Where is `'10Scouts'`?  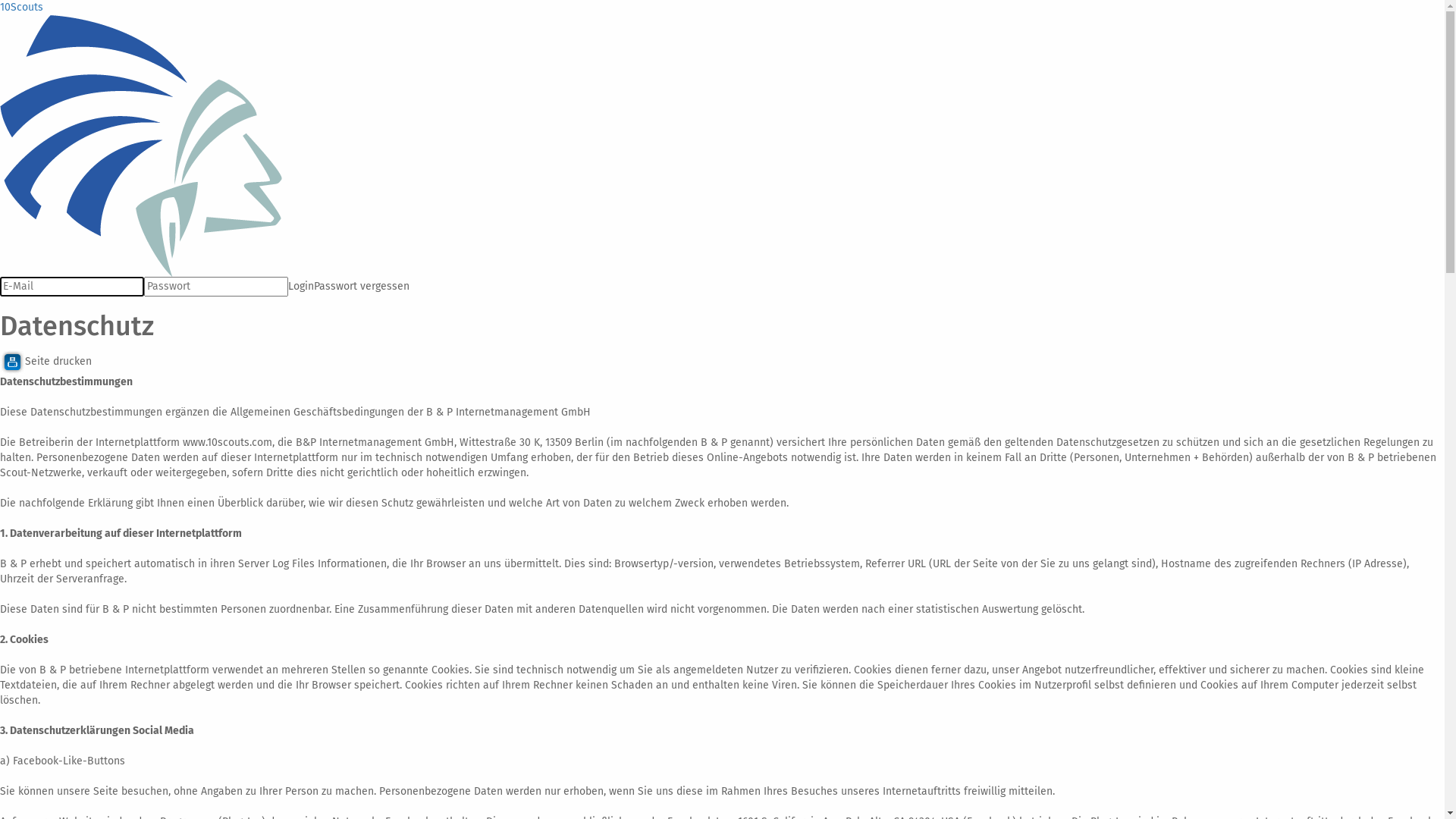 '10Scouts' is located at coordinates (21, 7).